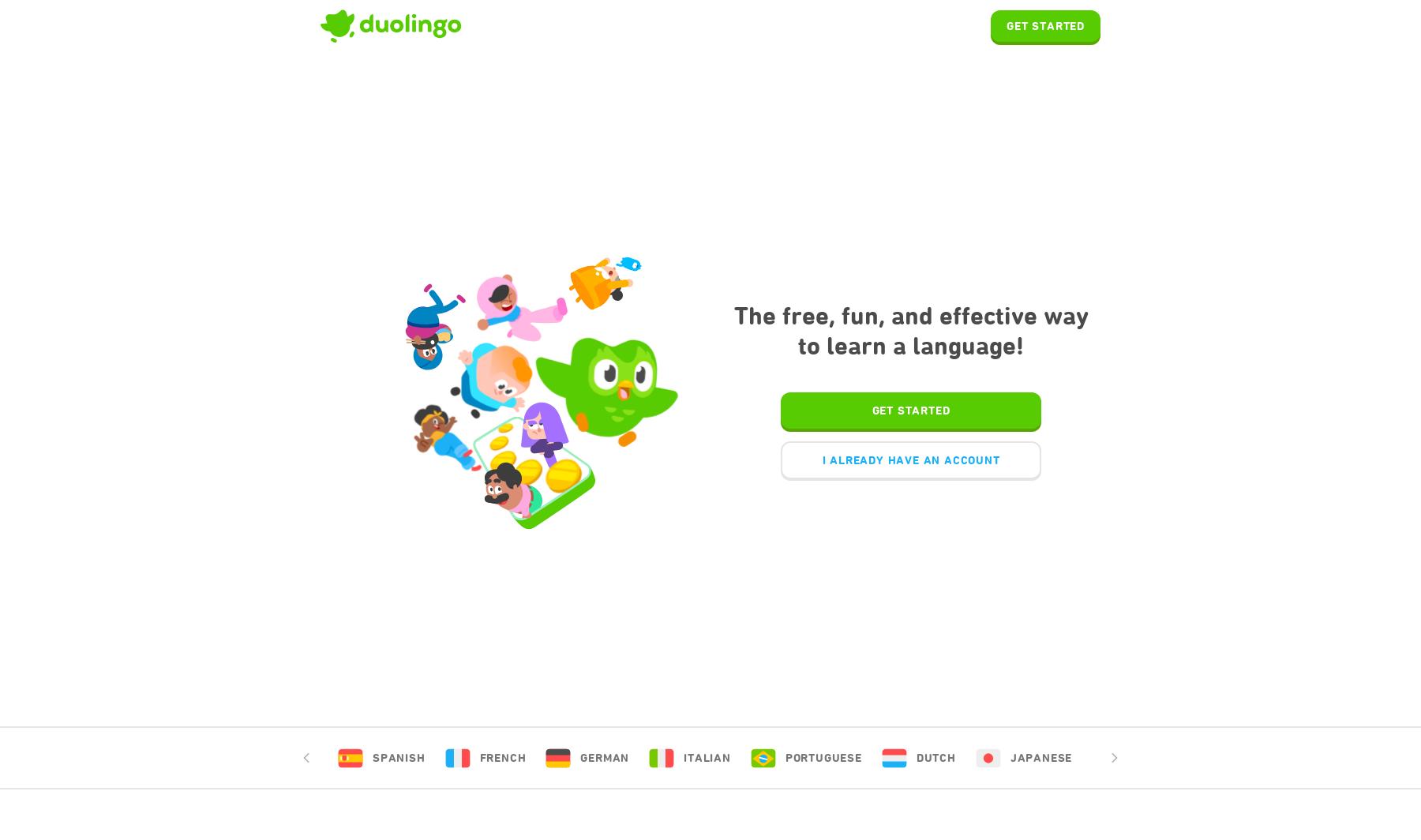  Describe the element at coordinates (1010, 758) in the screenshot. I see `'Japanese'` at that location.